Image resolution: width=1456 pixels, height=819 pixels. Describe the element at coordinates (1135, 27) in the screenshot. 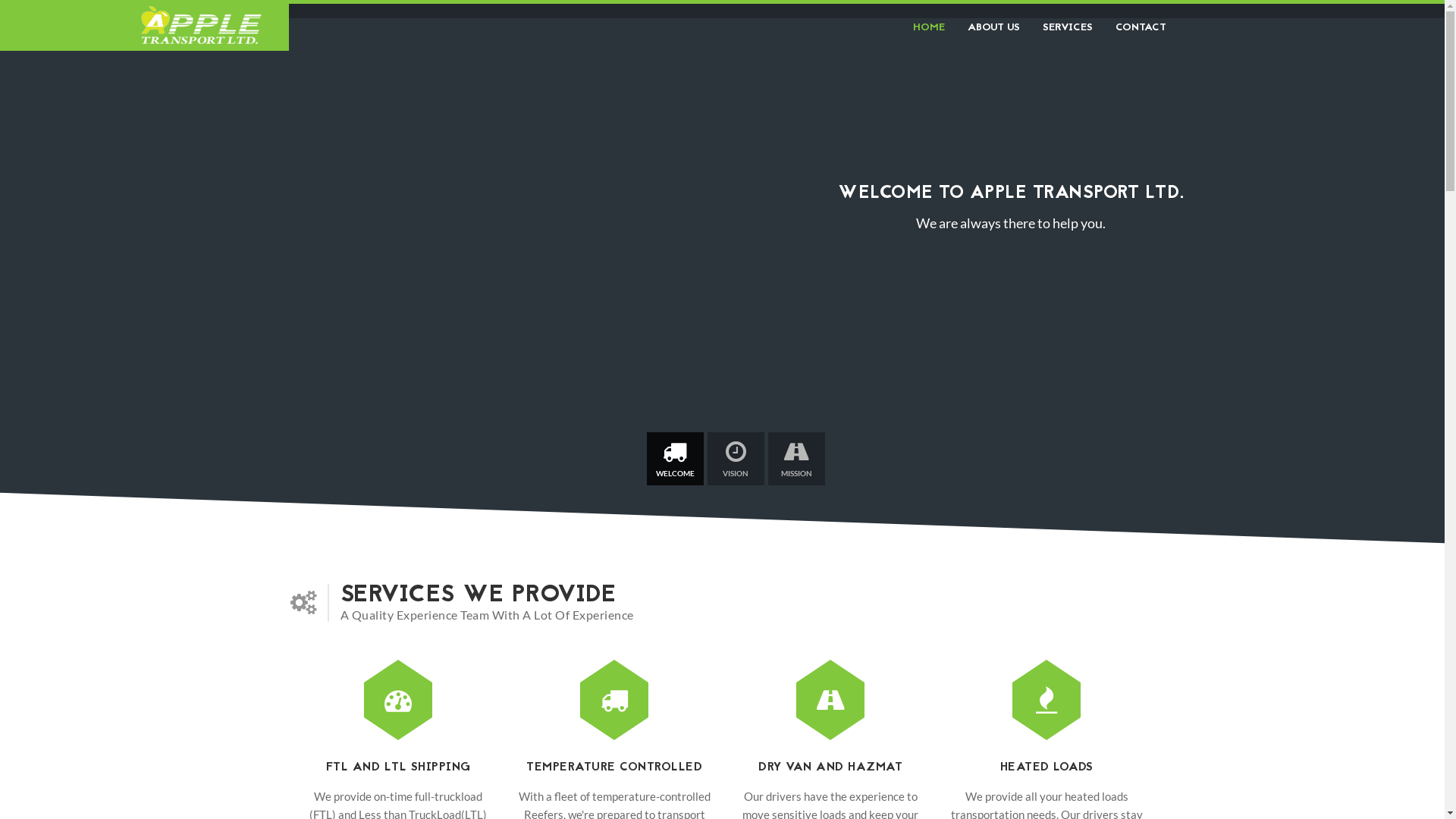

I see `'CONTACT'` at that location.